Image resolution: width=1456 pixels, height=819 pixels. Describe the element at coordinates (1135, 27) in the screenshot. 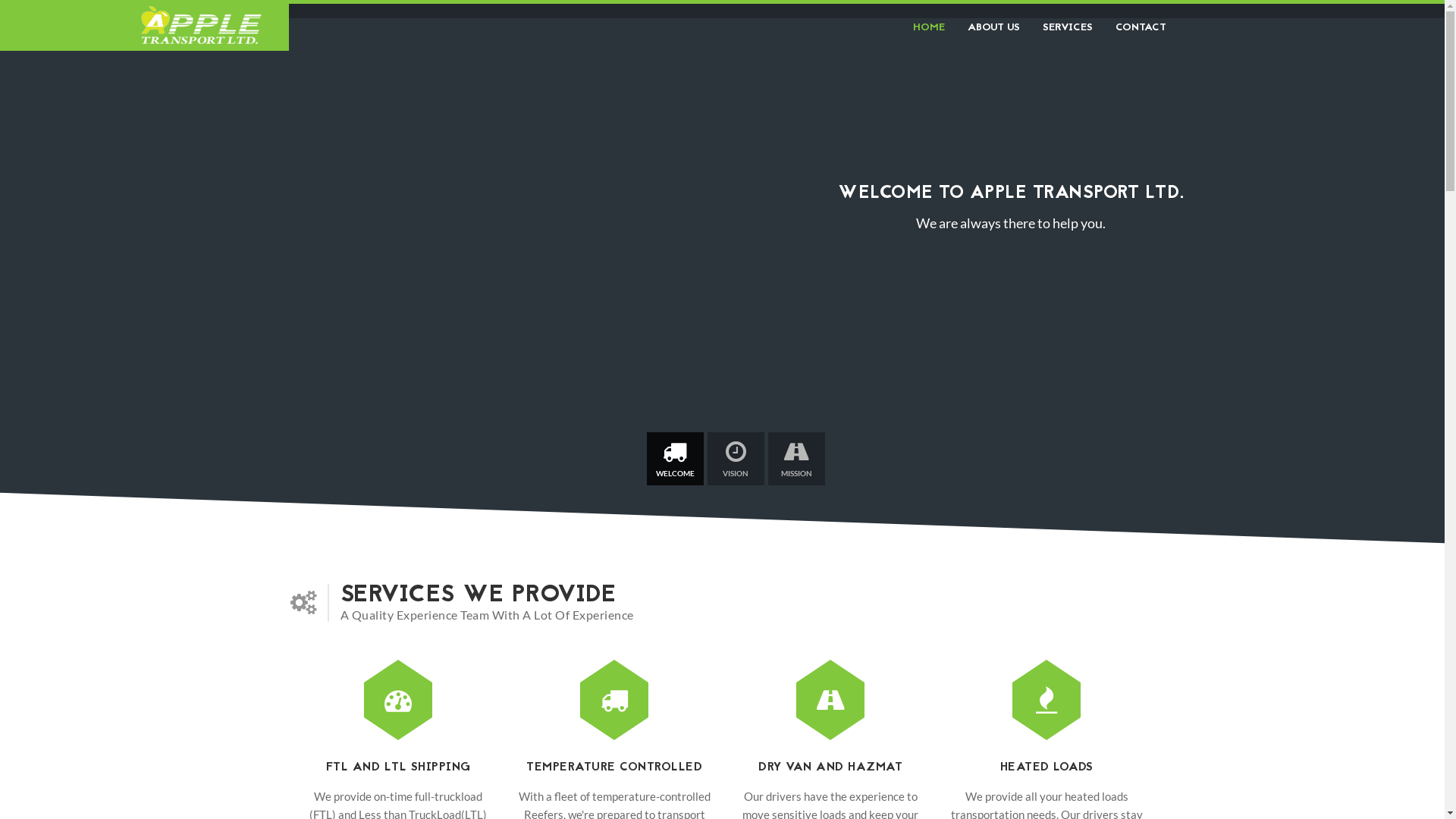

I see `'CONTACT'` at that location.